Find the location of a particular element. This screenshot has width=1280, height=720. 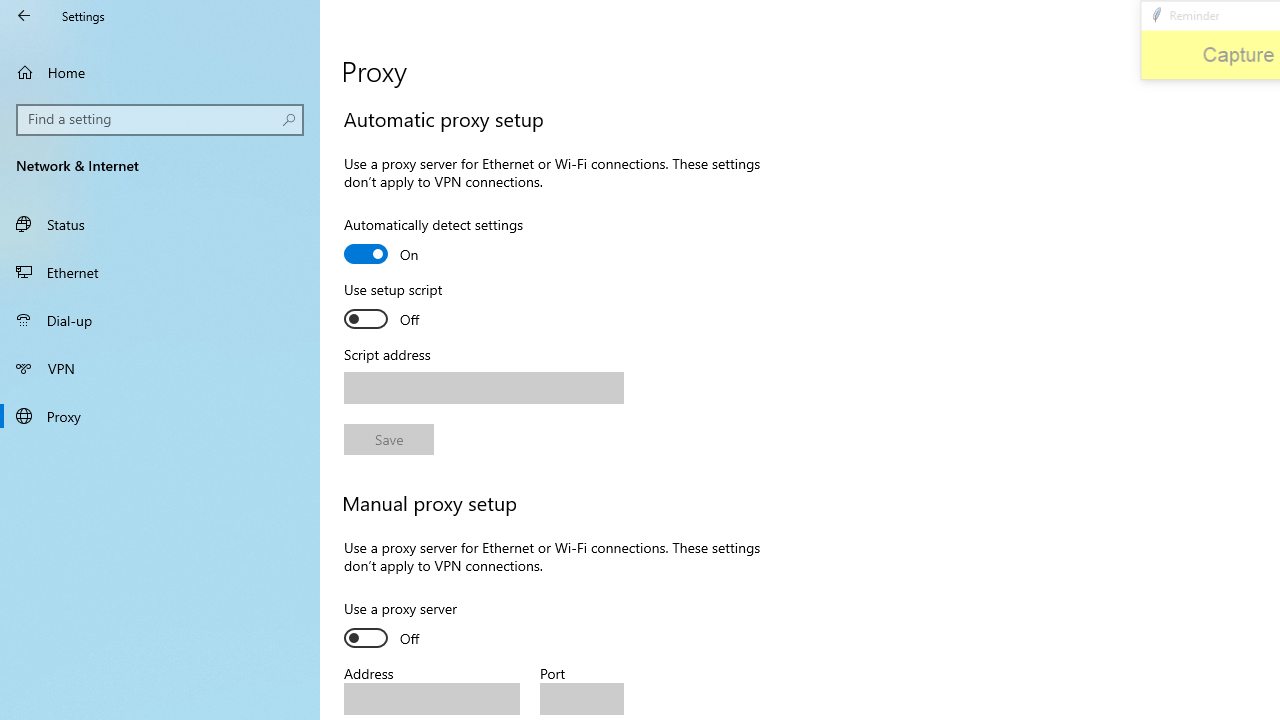

'Save' is located at coordinates (389, 438).